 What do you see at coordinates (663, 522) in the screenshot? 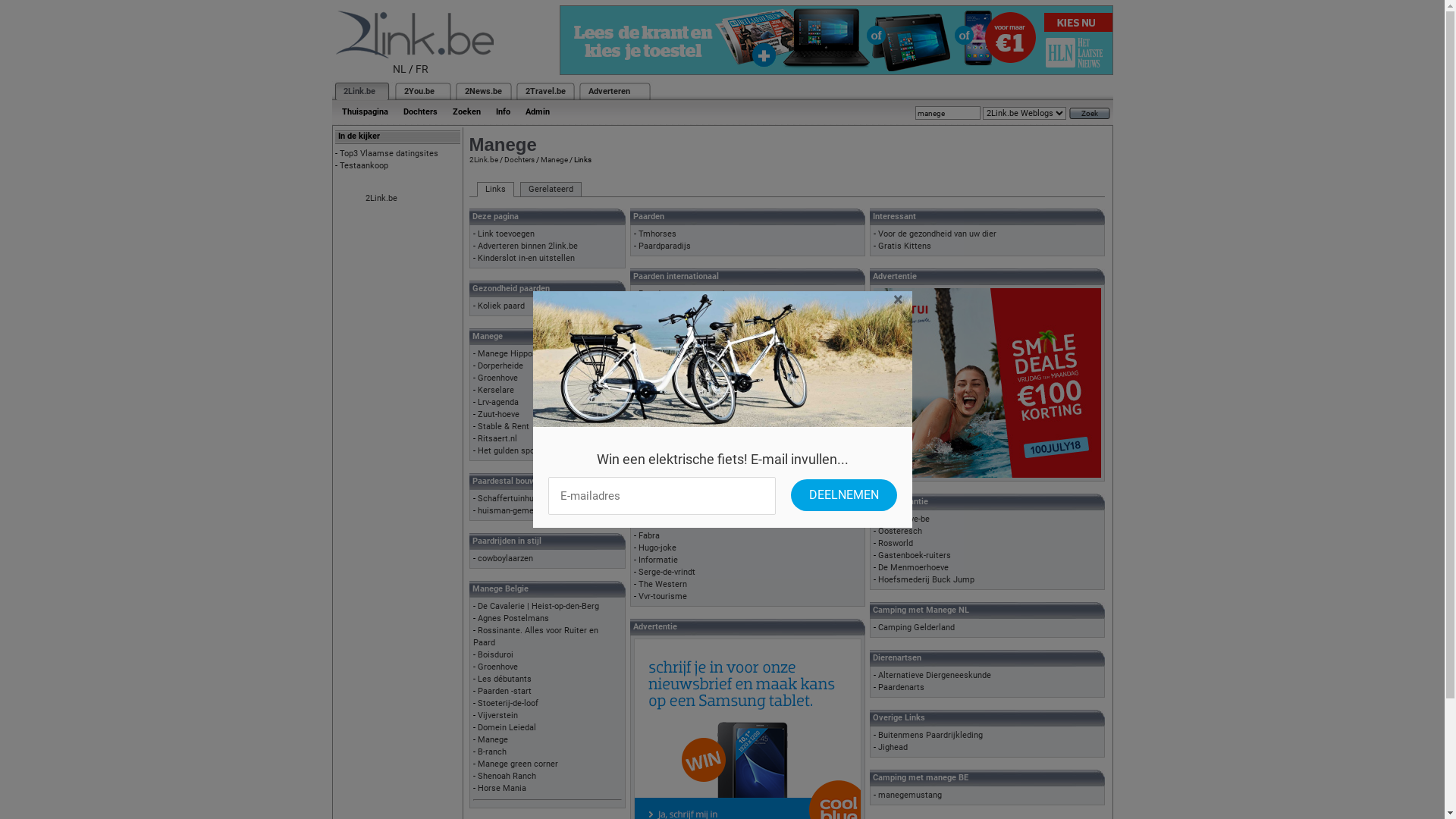
I see `'Aachenbreed'` at bounding box center [663, 522].